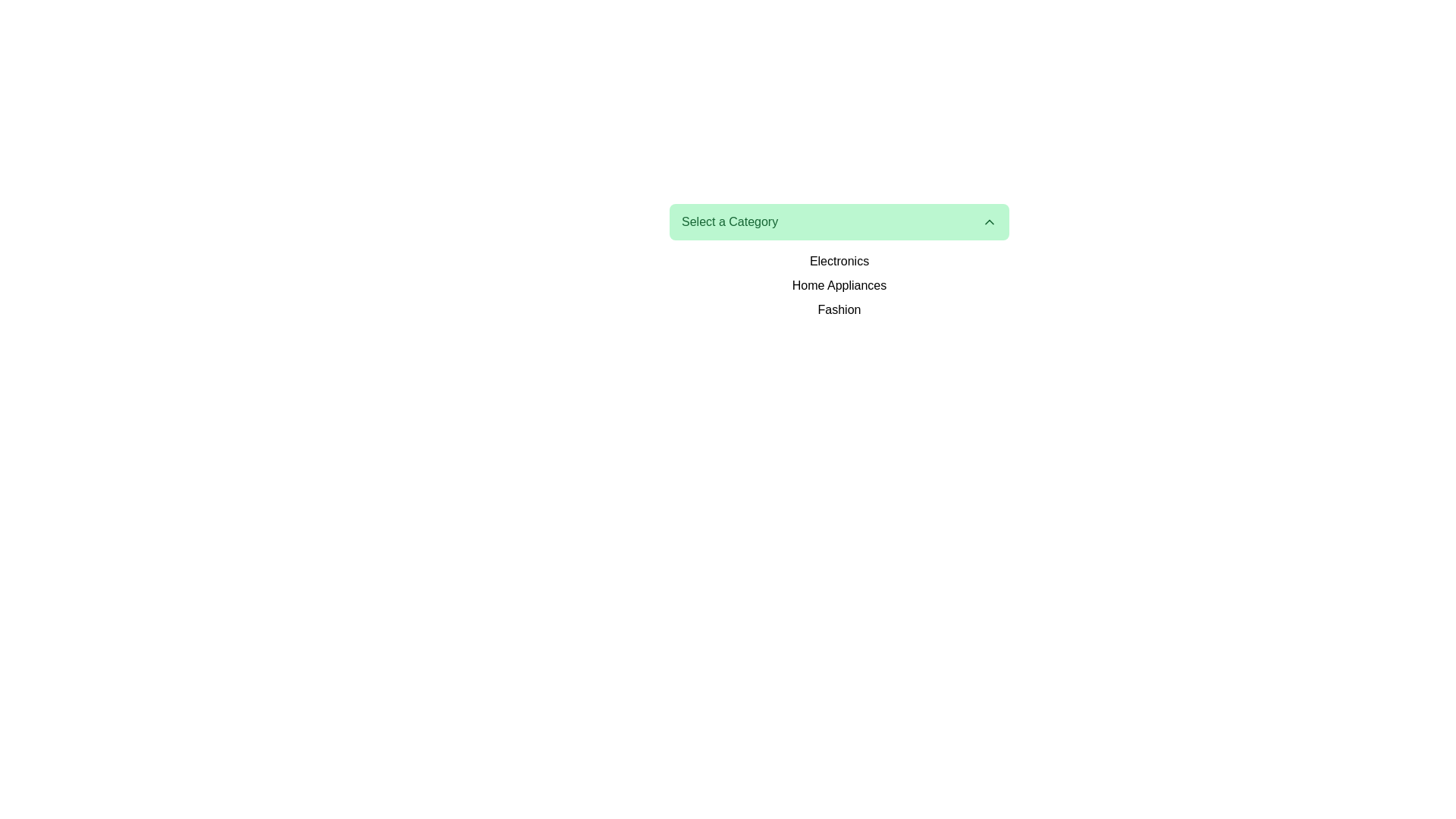 The image size is (1456, 819). Describe the element at coordinates (839, 260) in the screenshot. I see `the 'Electronics' dropdown option` at that location.